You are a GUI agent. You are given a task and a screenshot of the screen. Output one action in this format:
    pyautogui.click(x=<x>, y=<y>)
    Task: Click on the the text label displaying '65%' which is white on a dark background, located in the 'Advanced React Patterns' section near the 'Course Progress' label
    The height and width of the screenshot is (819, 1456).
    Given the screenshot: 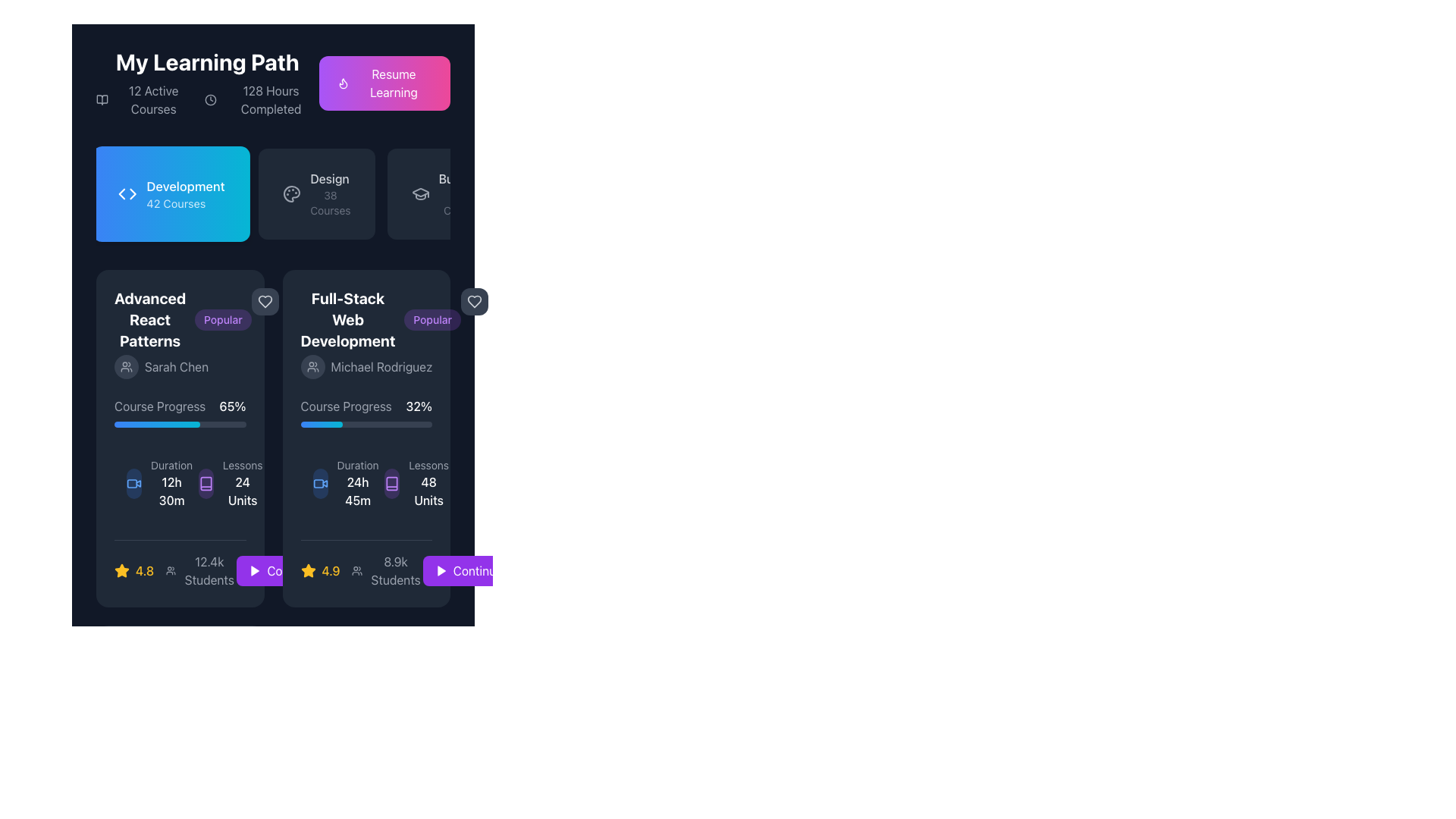 What is the action you would take?
    pyautogui.click(x=232, y=406)
    